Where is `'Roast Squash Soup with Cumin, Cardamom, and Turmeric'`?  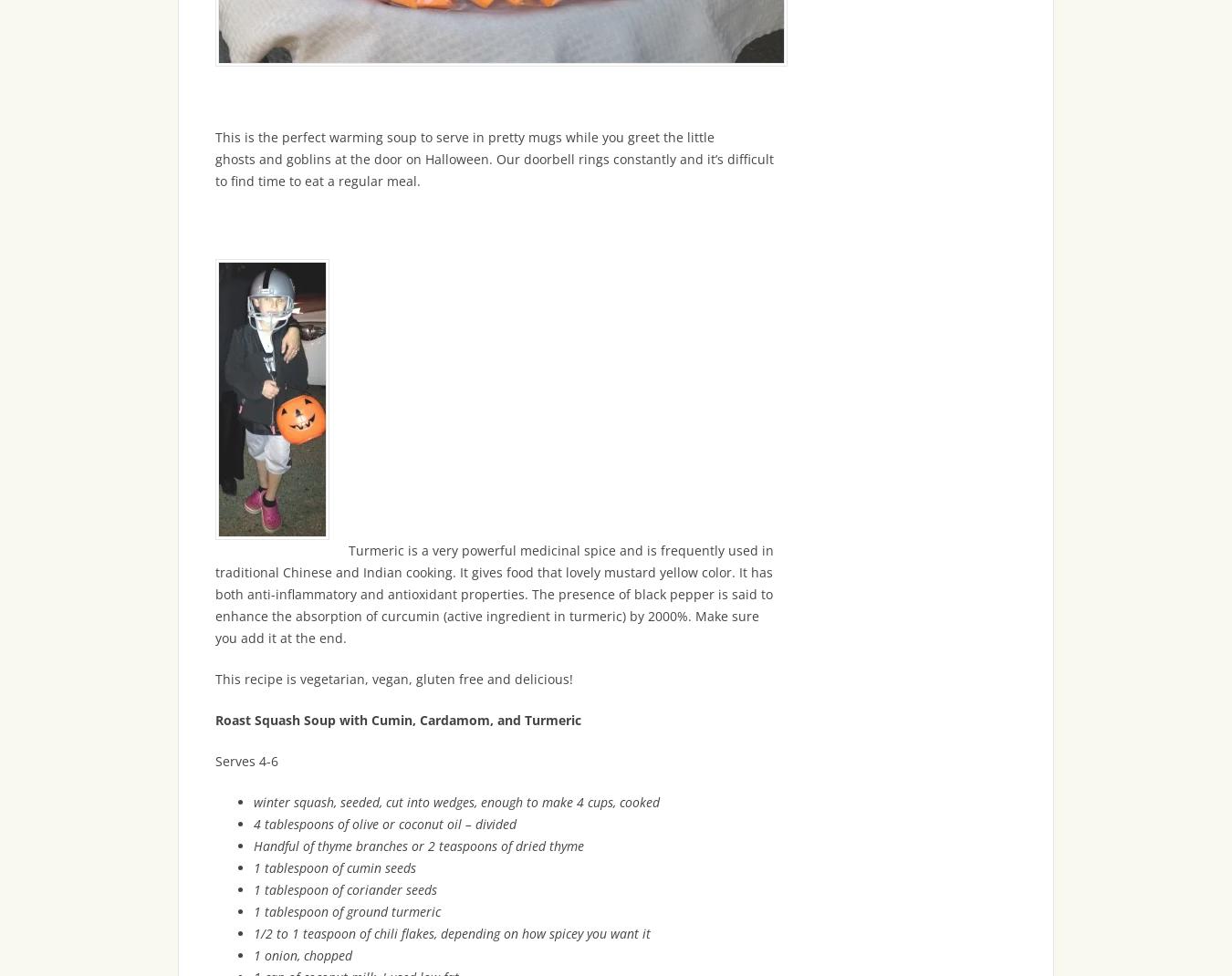 'Roast Squash Soup with Cumin, Cardamom, and Turmeric' is located at coordinates (398, 719).